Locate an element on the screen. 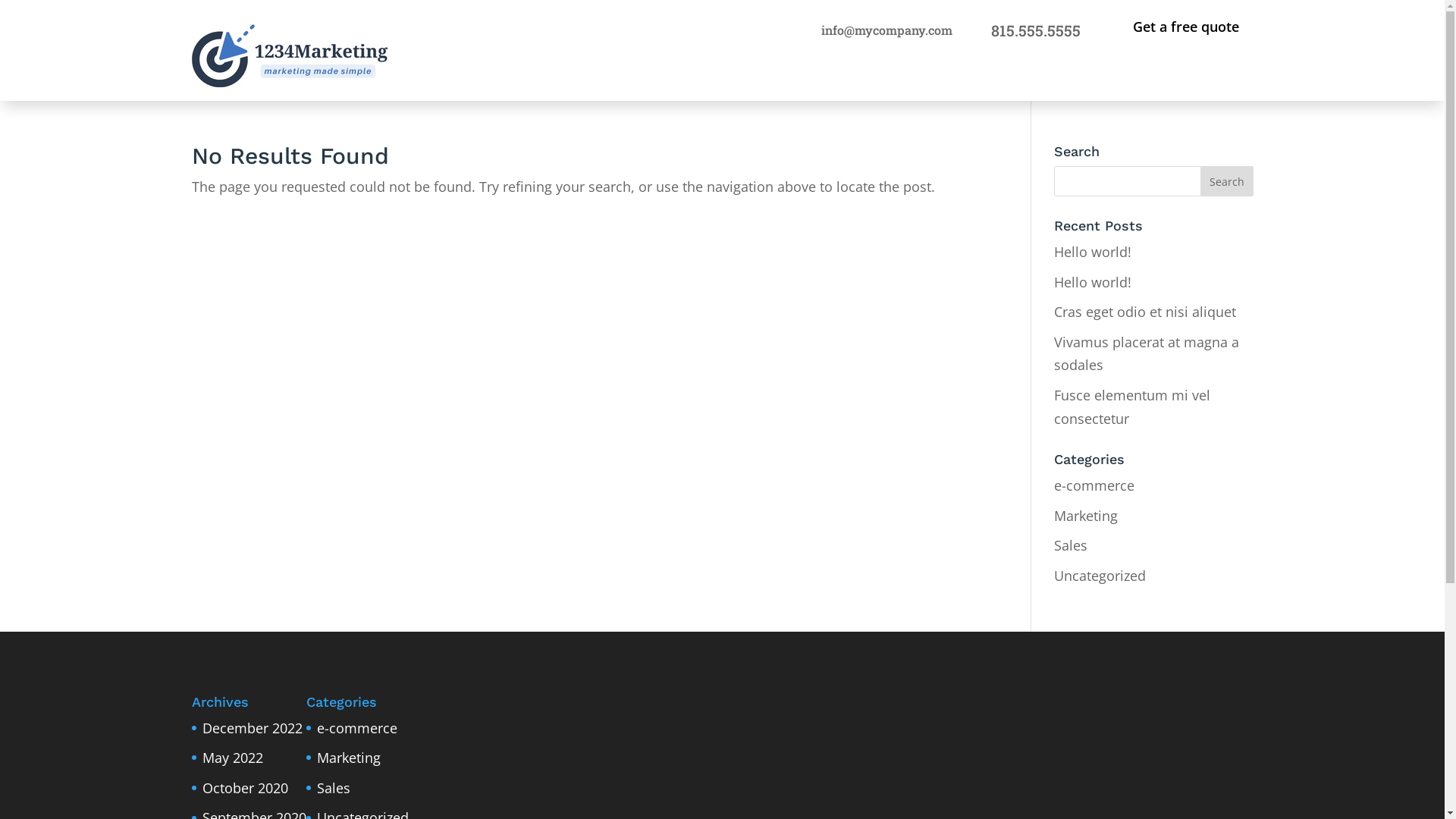 The width and height of the screenshot is (1456, 819). 'May 2022' is located at coordinates (231, 758).